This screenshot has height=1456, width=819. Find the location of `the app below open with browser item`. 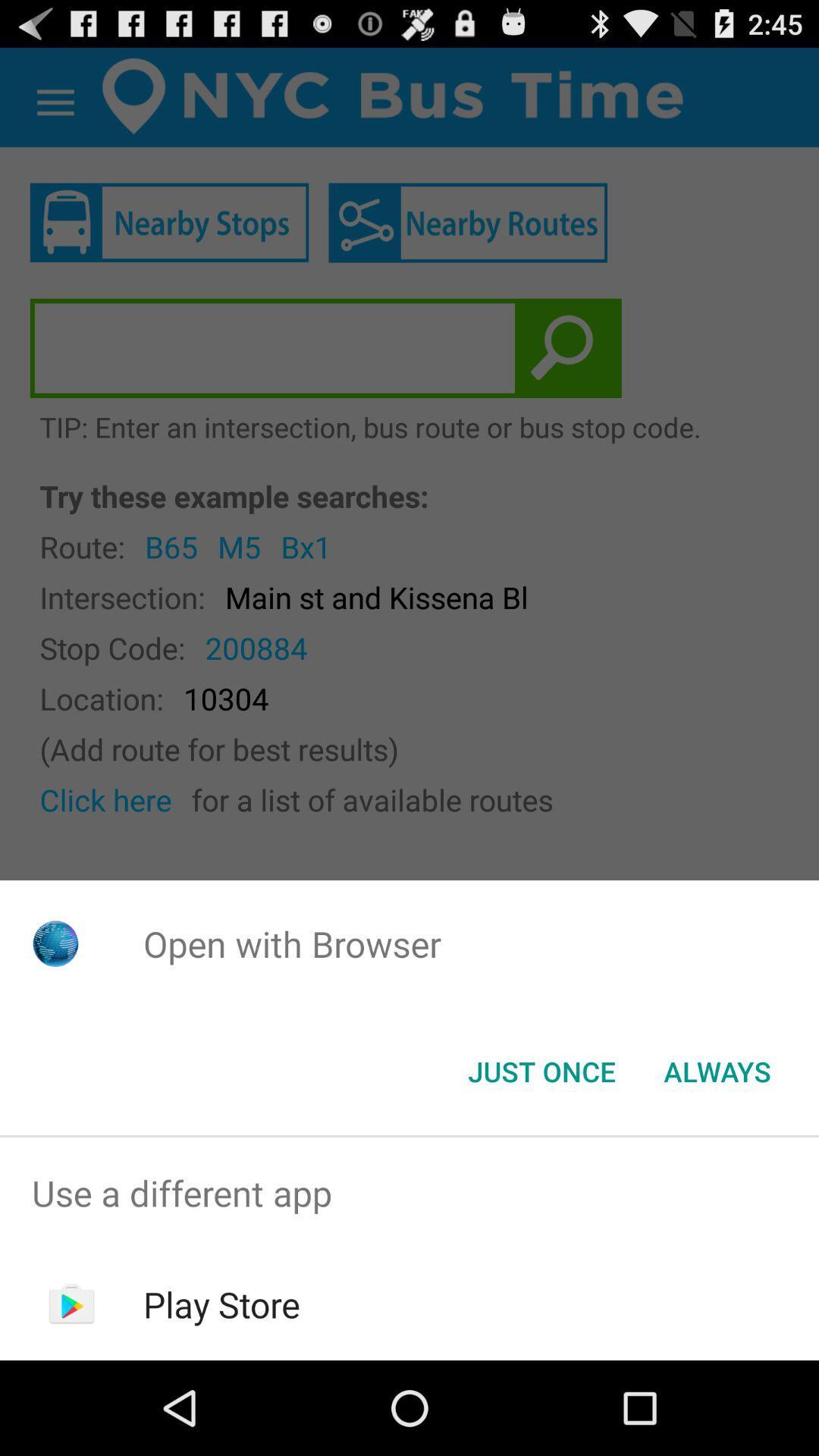

the app below open with browser item is located at coordinates (541, 1070).